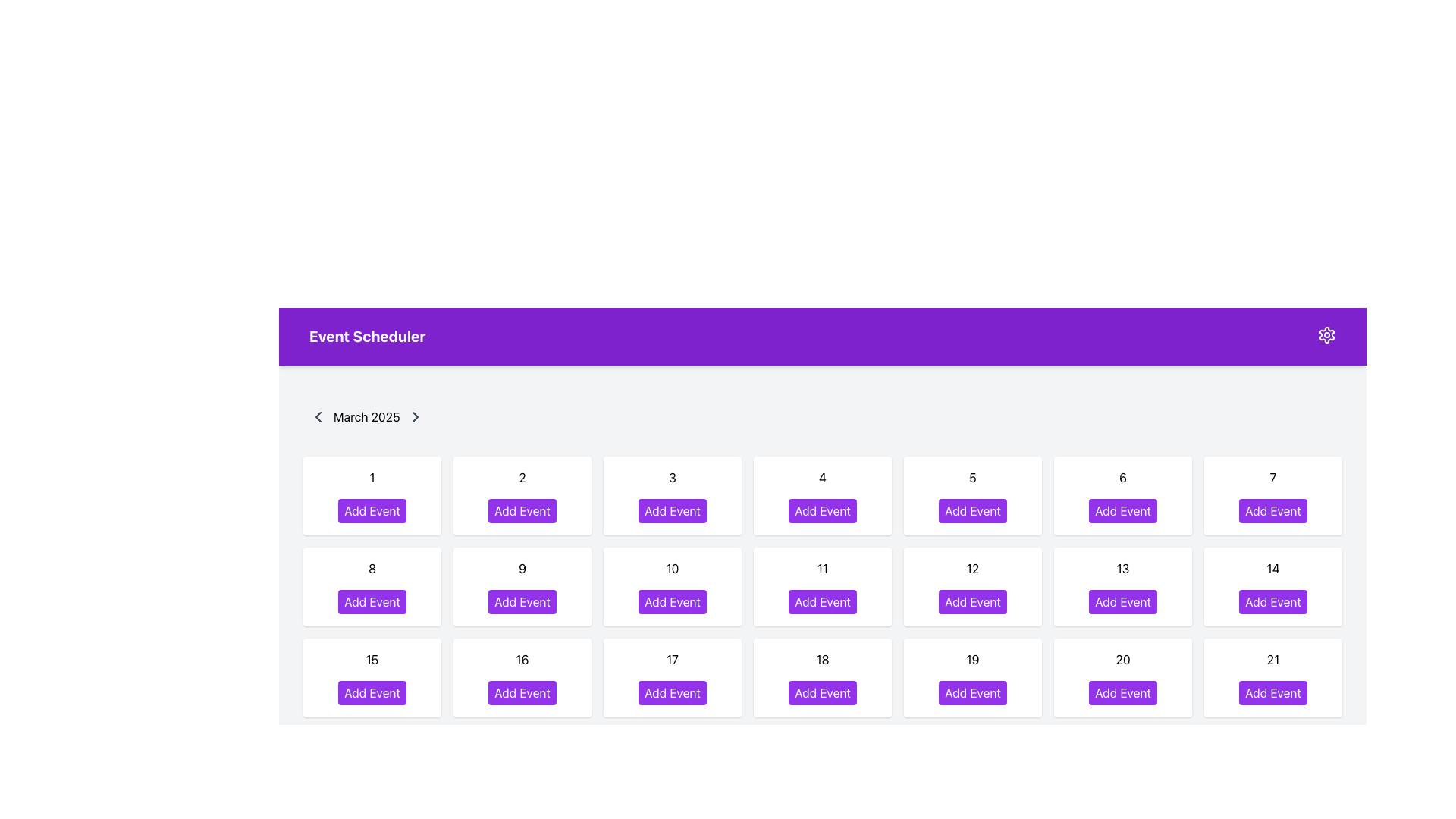  I want to click on the calendar cell element for the date '10', which is a white rounded rectangle with a purple button labeled 'Add Event' at the bottom, so click(672, 586).